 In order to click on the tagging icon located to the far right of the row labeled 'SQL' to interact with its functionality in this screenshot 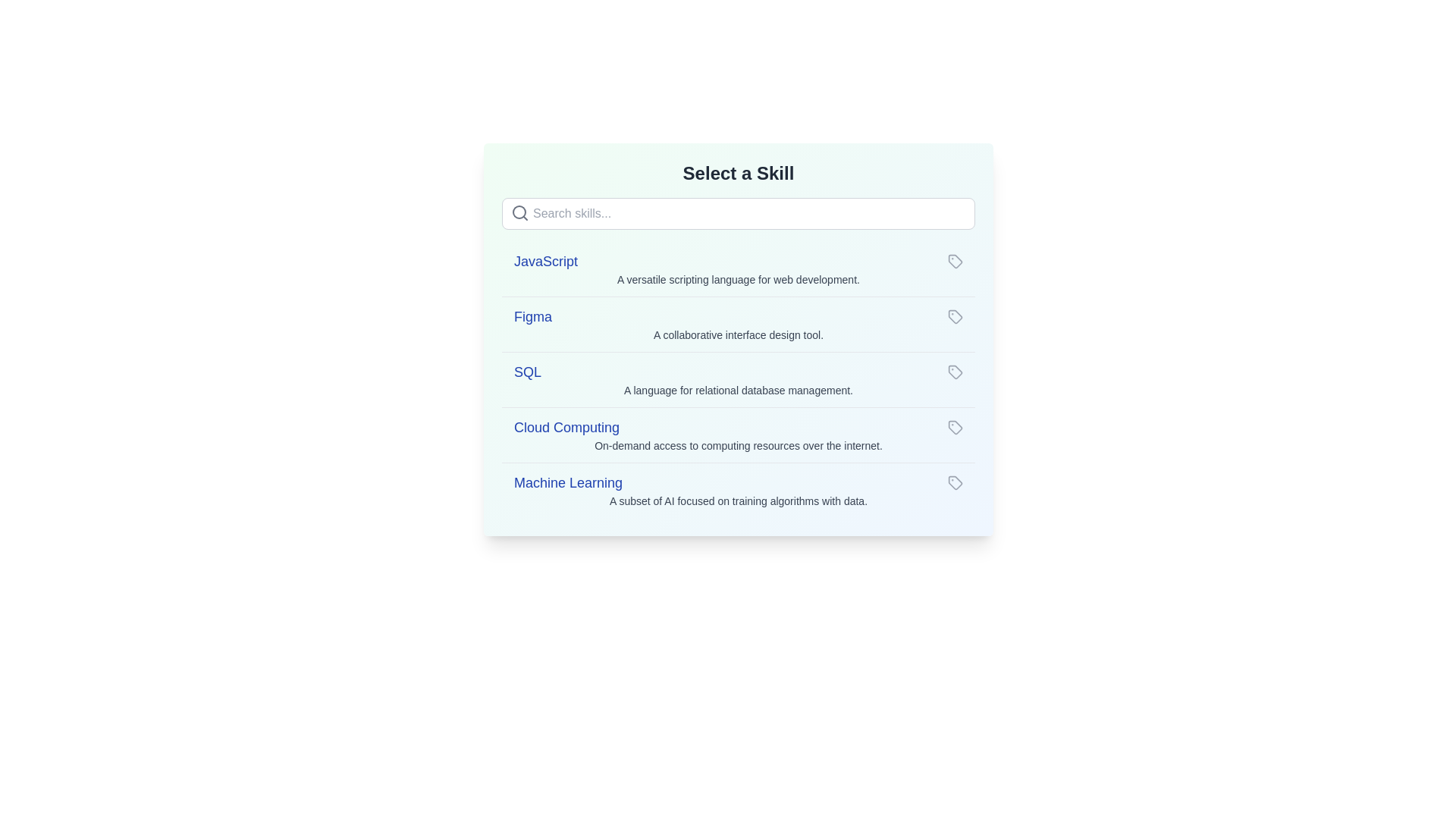, I will do `click(954, 372)`.